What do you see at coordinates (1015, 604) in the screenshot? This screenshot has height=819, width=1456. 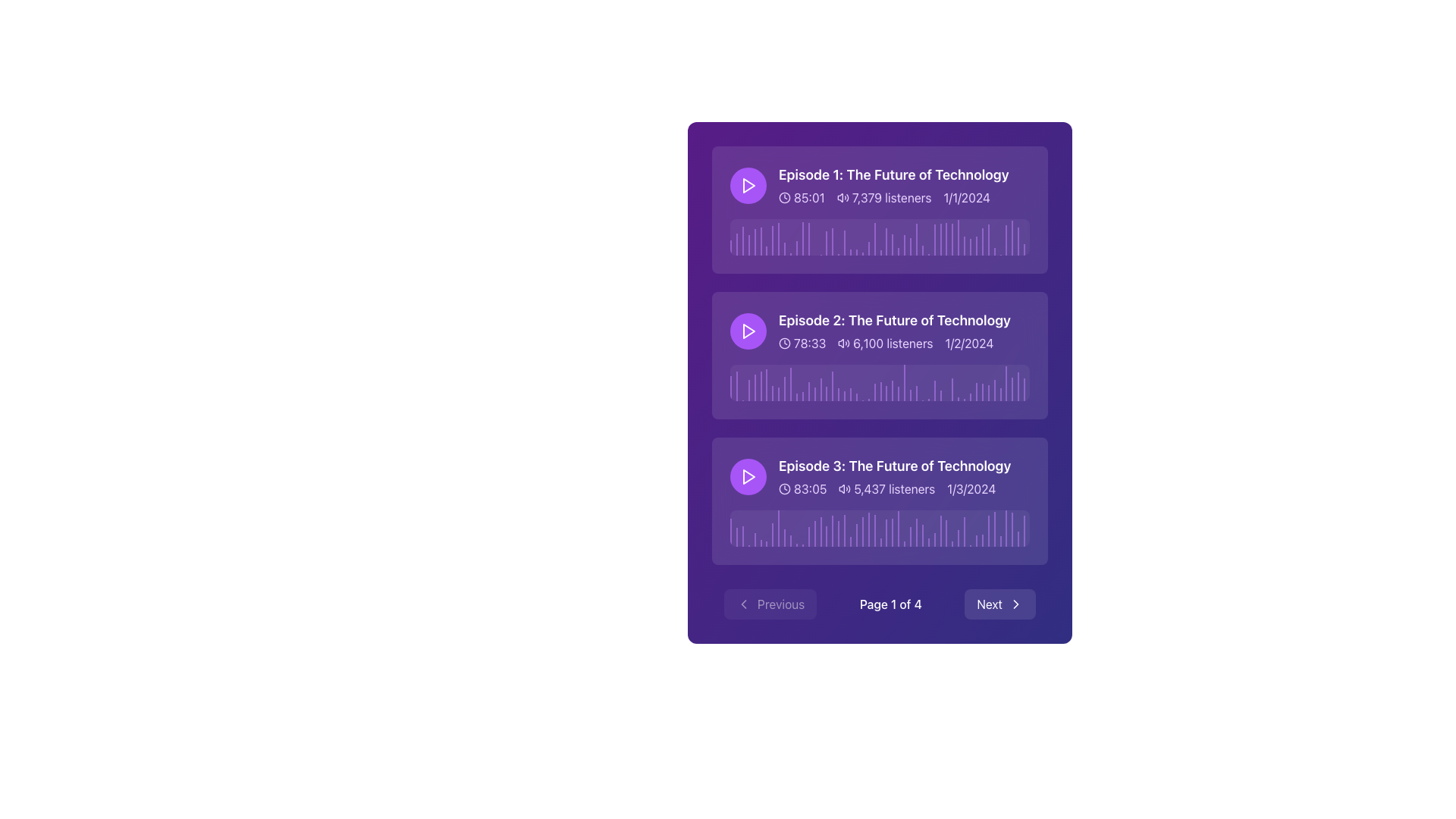 I see `the decorative chevron icon pointing to the right, which is located inside the 'Next' button at the bottom right of the interface` at bounding box center [1015, 604].